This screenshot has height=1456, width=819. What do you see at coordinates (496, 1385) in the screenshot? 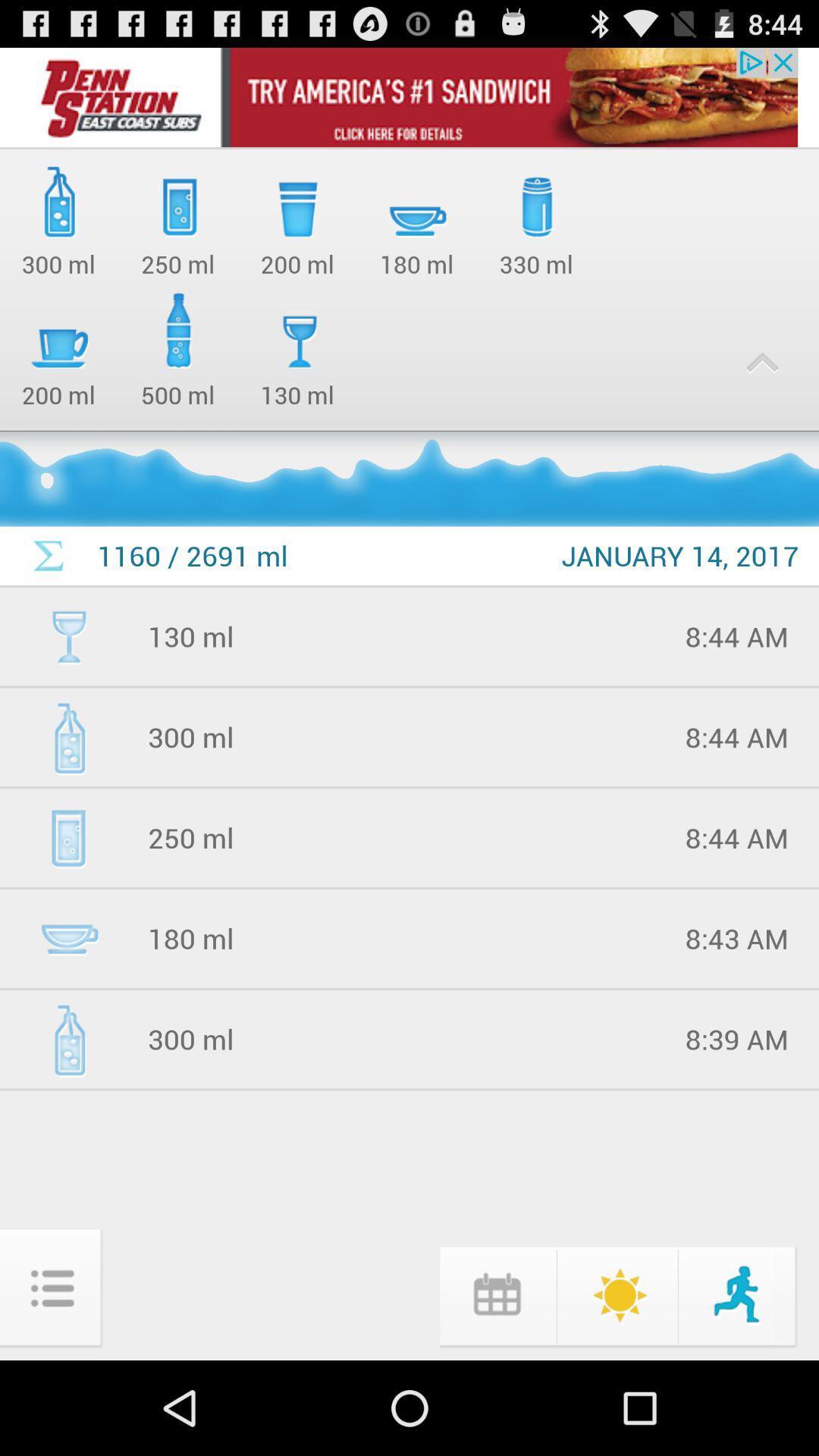
I see `the date_range icon` at bounding box center [496, 1385].